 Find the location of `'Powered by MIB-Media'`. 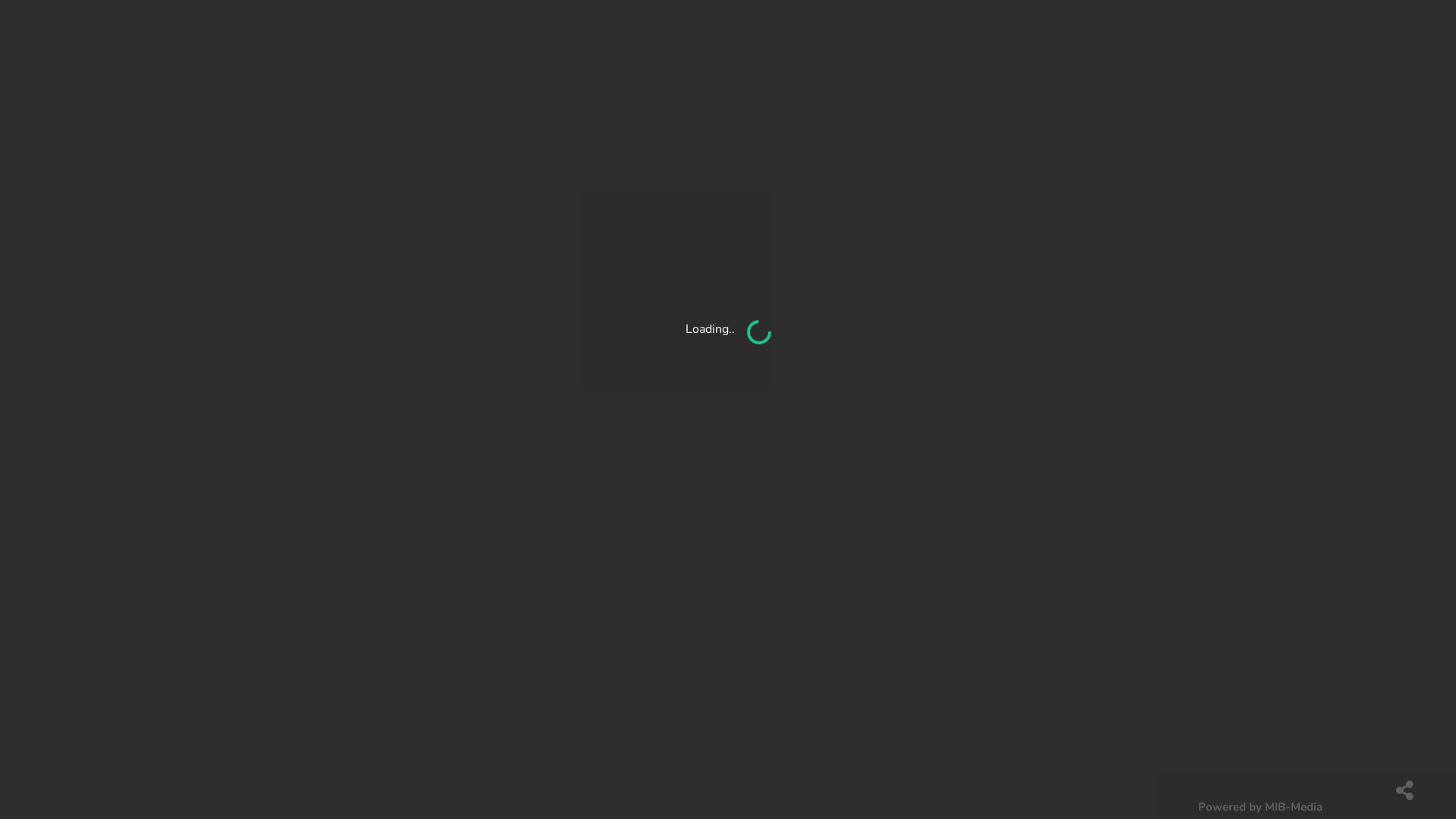

'Powered by MIB-Media' is located at coordinates (1260, 805).